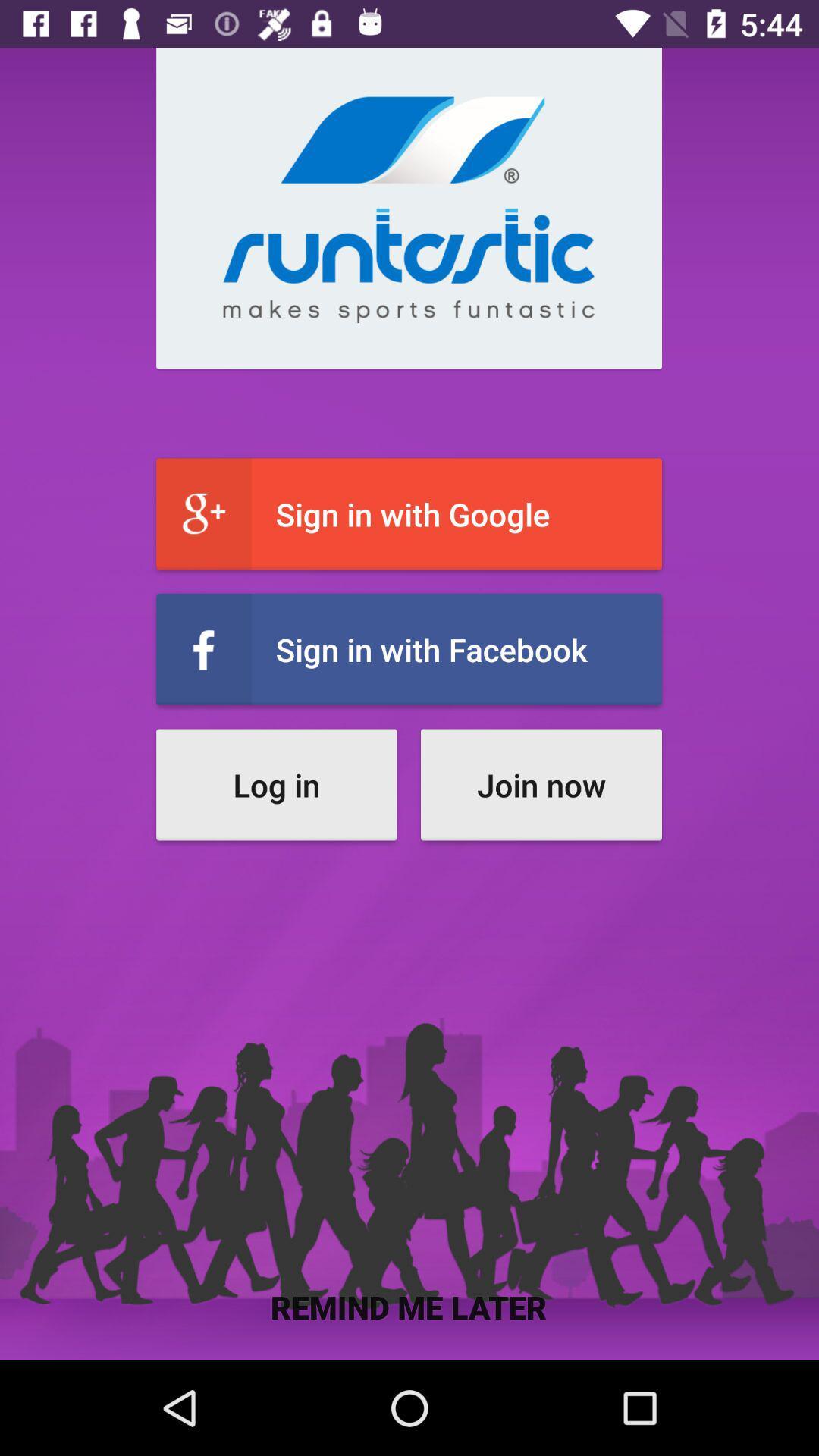  What do you see at coordinates (276, 785) in the screenshot?
I see `icon above remind me later item` at bounding box center [276, 785].